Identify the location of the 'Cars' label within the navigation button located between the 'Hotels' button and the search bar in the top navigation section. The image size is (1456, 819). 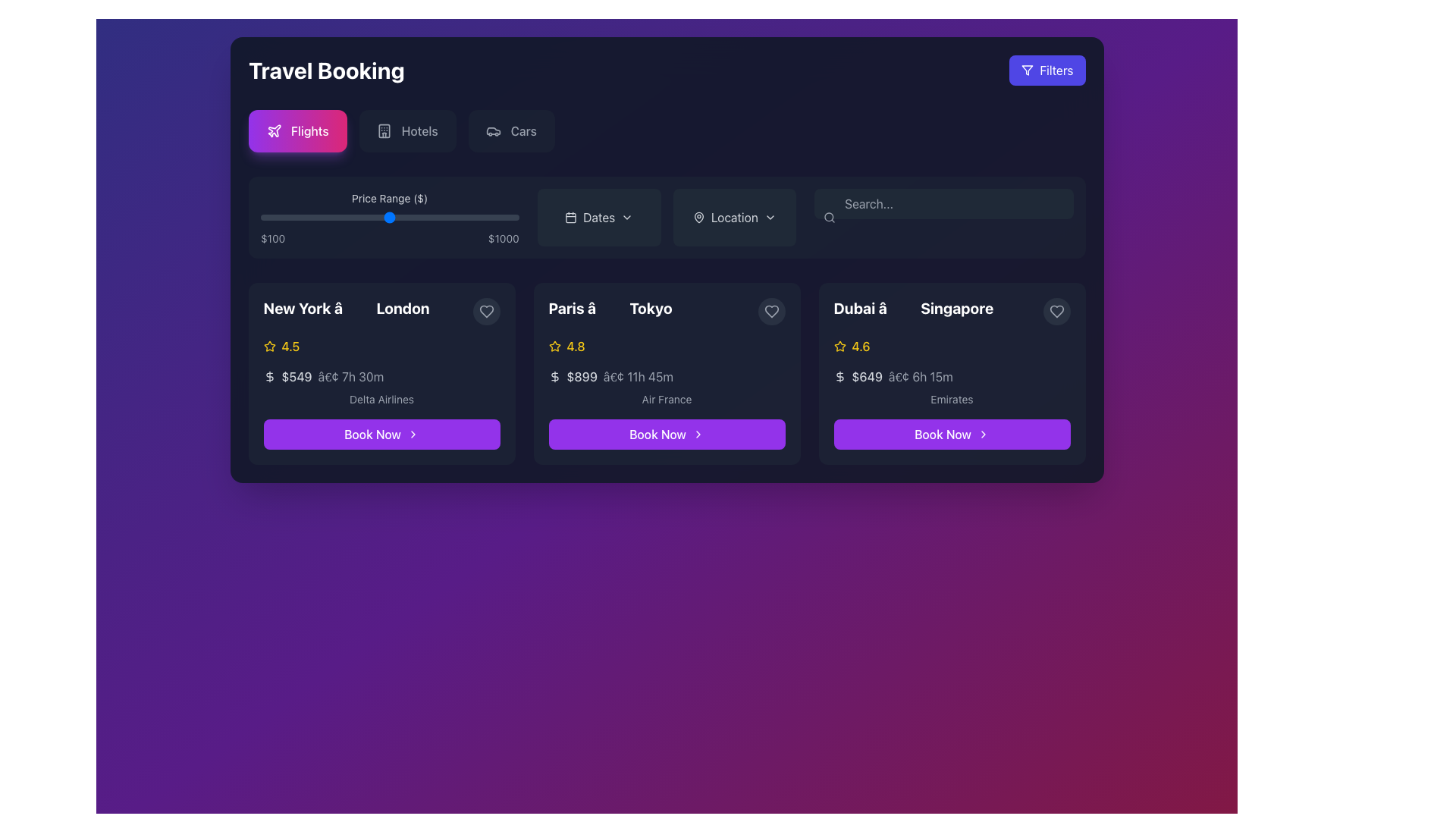
(523, 130).